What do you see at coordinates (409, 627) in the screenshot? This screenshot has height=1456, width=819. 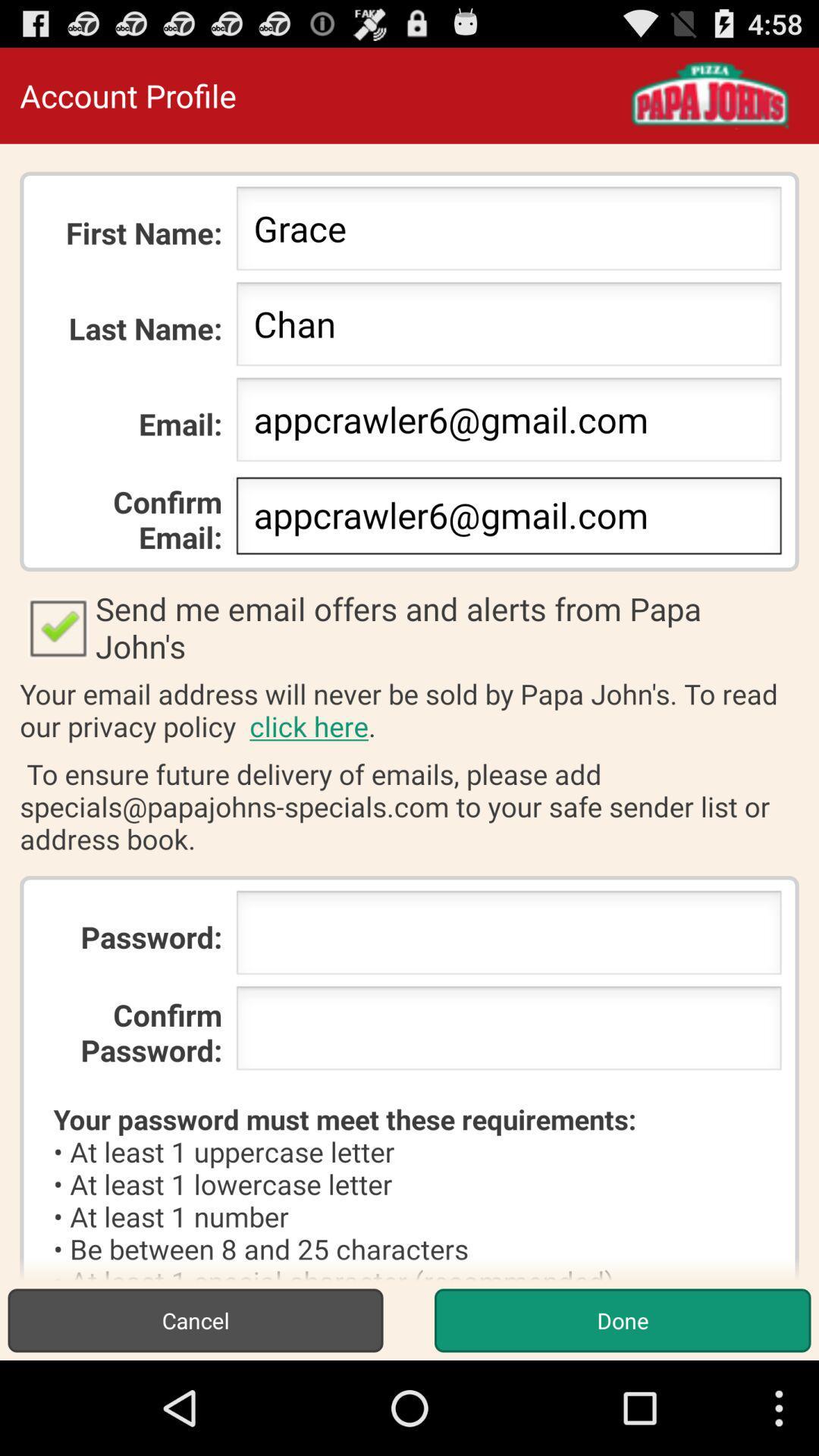 I see `item below the appcrawler6@gmail.com icon` at bounding box center [409, 627].